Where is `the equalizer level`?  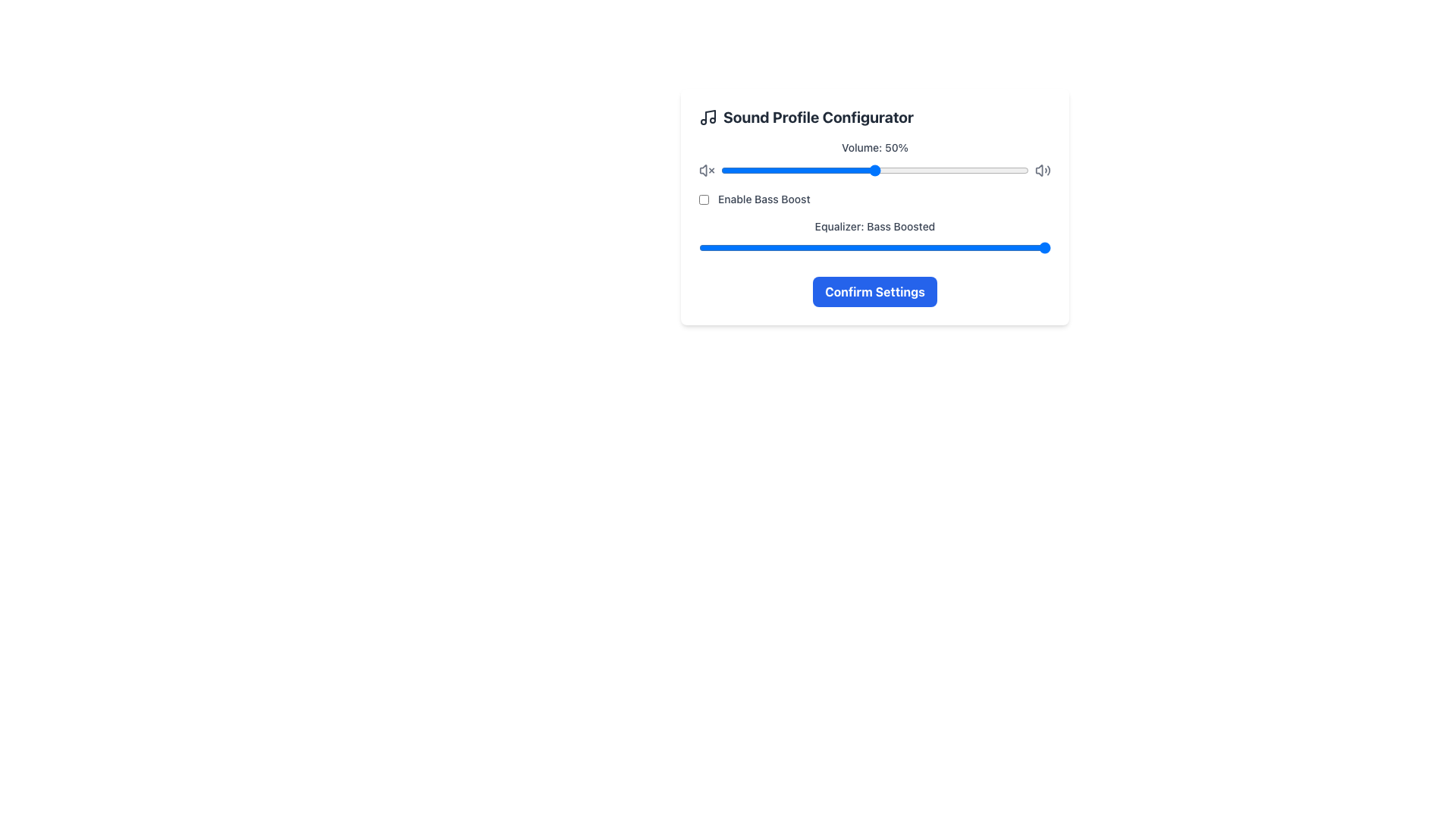 the equalizer level is located at coordinates (933, 247).